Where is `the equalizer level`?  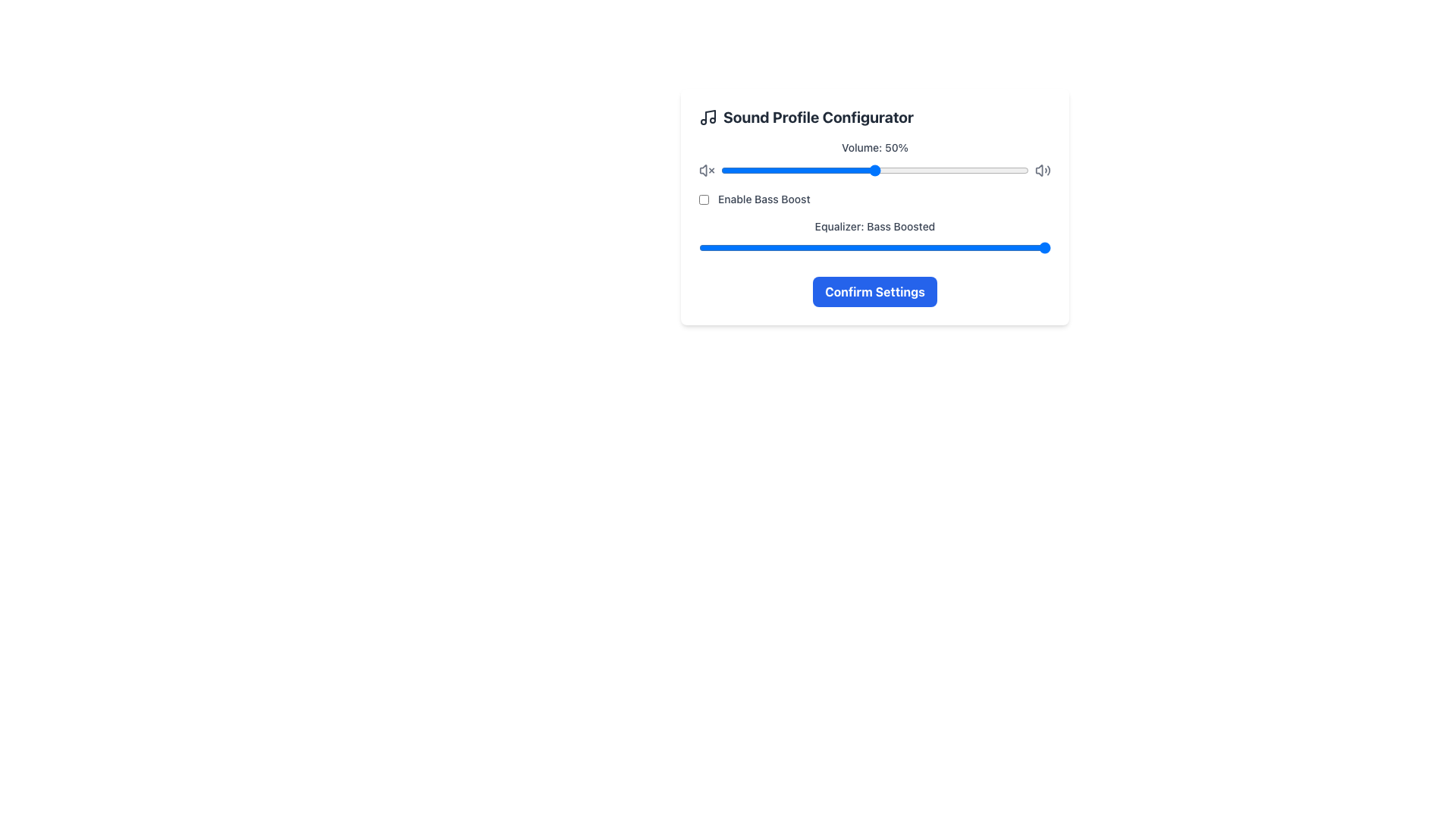 the equalizer level is located at coordinates (933, 247).